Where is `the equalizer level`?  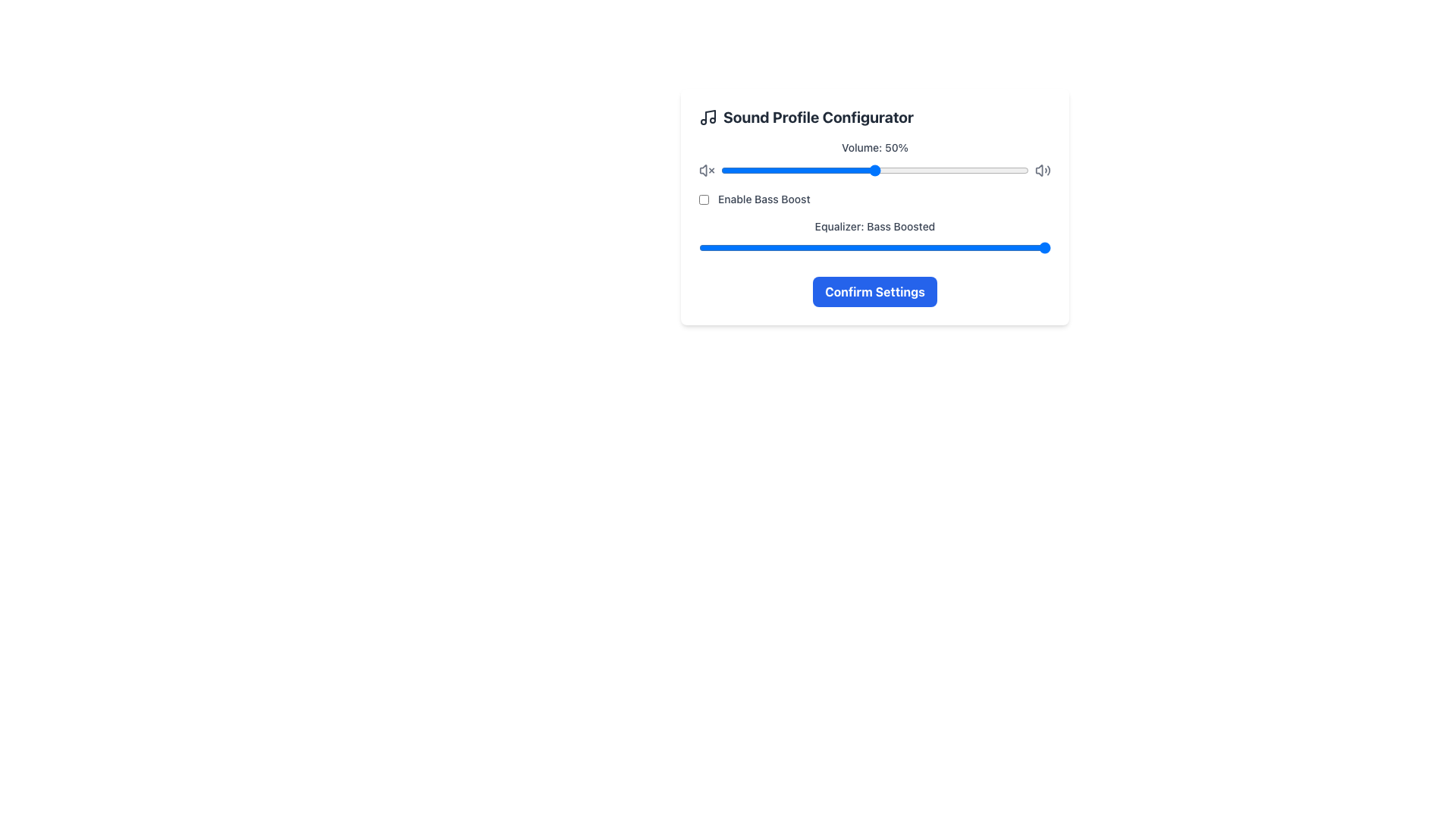 the equalizer level is located at coordinates (933, 247).